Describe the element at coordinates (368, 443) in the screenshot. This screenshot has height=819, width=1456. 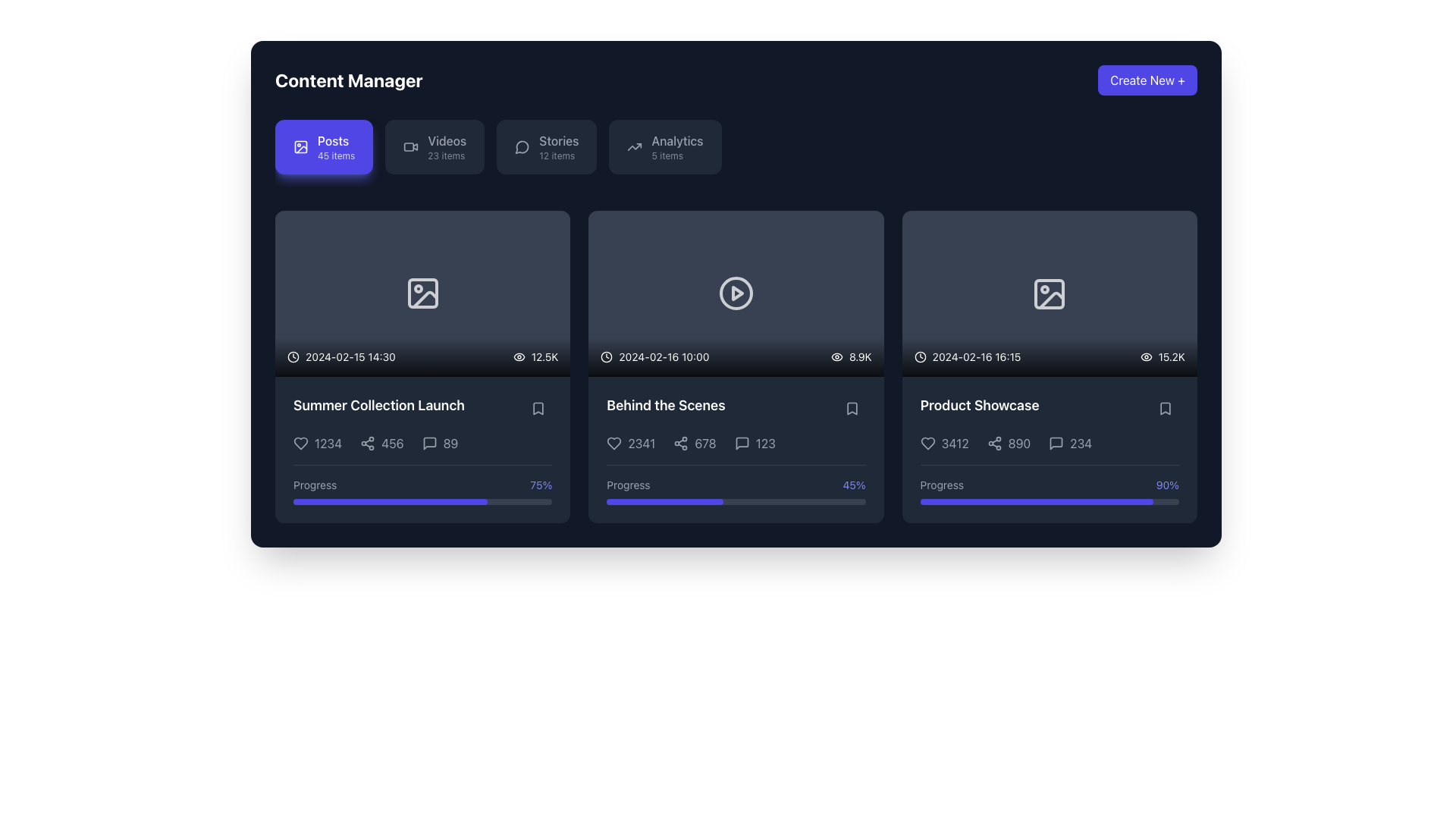
I see `the share icon located to the left of the numeric text '456' in the 'Summer Collection Launch' card` at that location.